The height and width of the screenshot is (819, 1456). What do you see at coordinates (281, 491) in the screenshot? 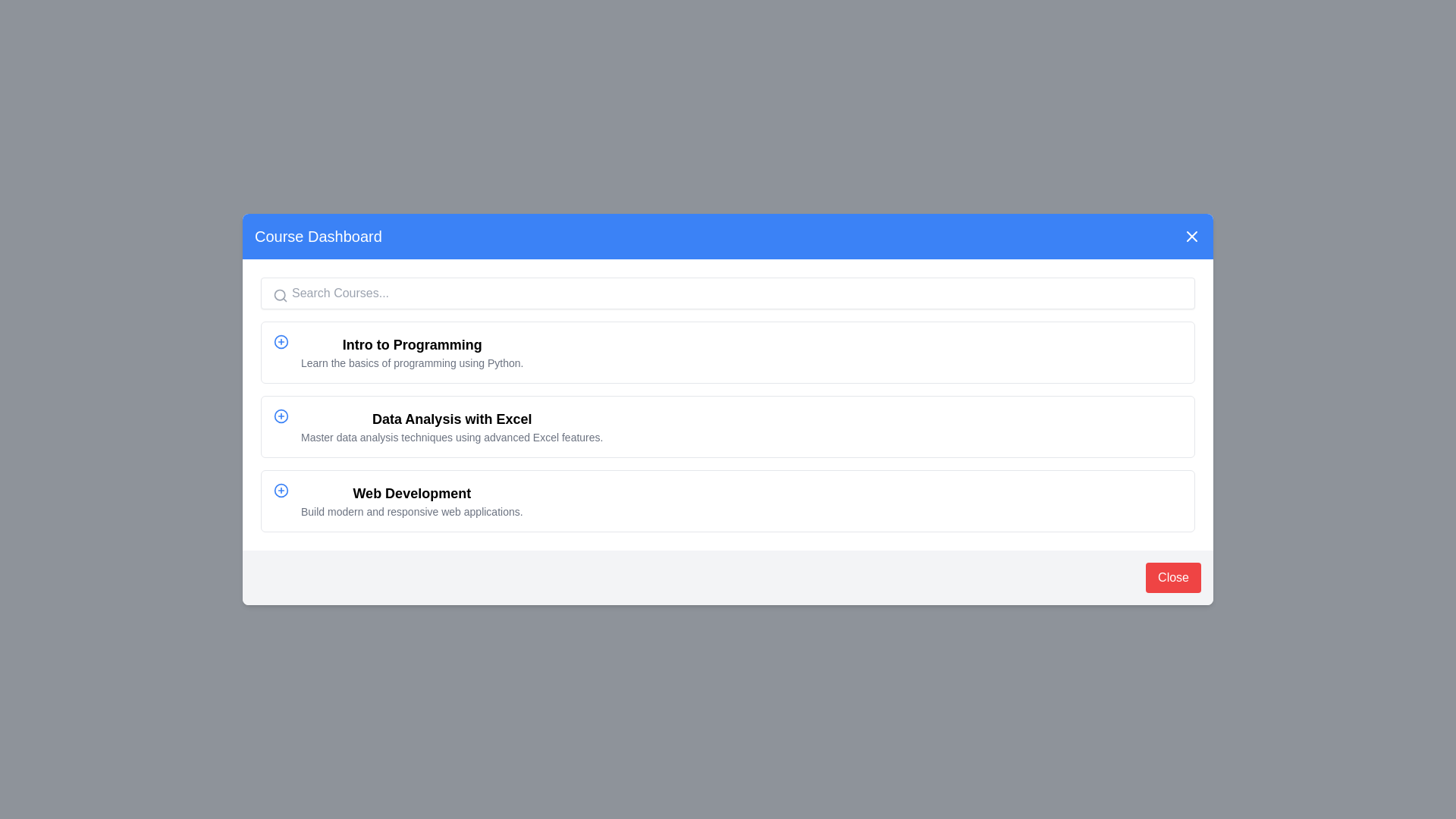
I see `the circular plus icon button located in the top-left corner of the 'Web Development' item in the list` at bounding box center [281, 491].